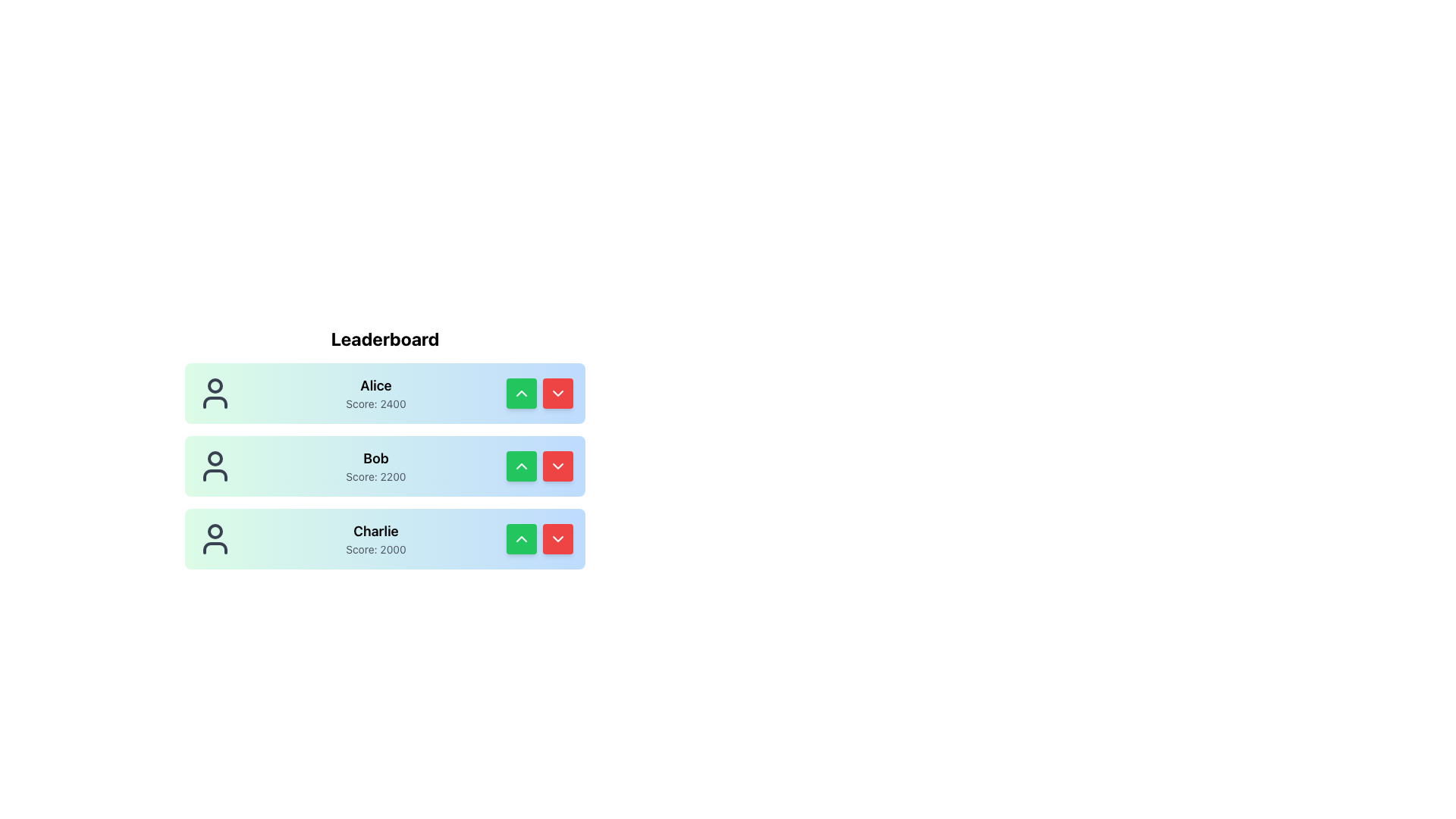  Describe the element at coordinates (385, 338) in the screenshot. I see `the header text of the leaderboard section, which is centrally located above the list of participants` at that location.